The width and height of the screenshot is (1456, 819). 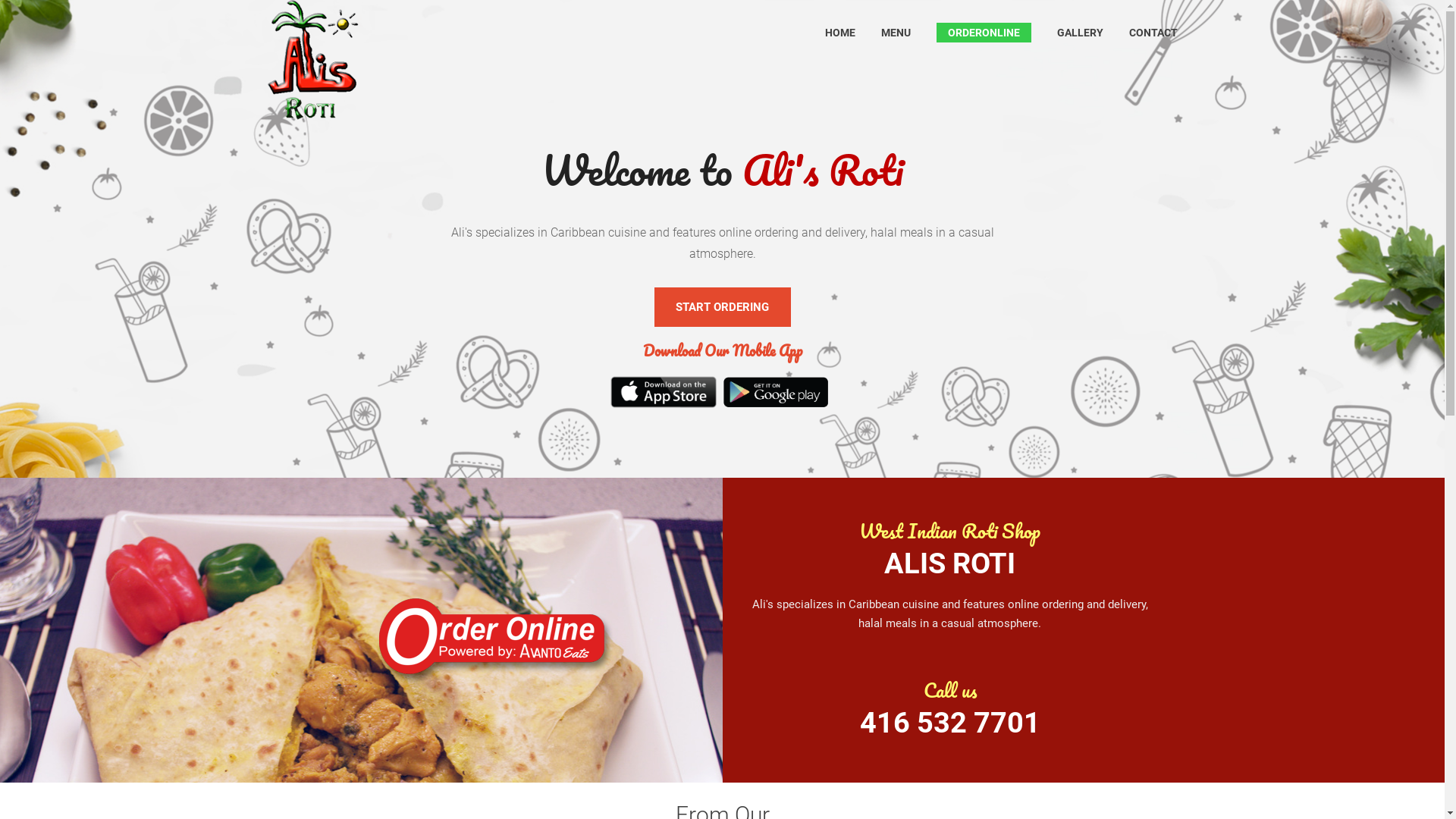 What do you see at coordinates (839, 32) in the screenshot?
I see `'HOME'` at bounding box center [839, 32].